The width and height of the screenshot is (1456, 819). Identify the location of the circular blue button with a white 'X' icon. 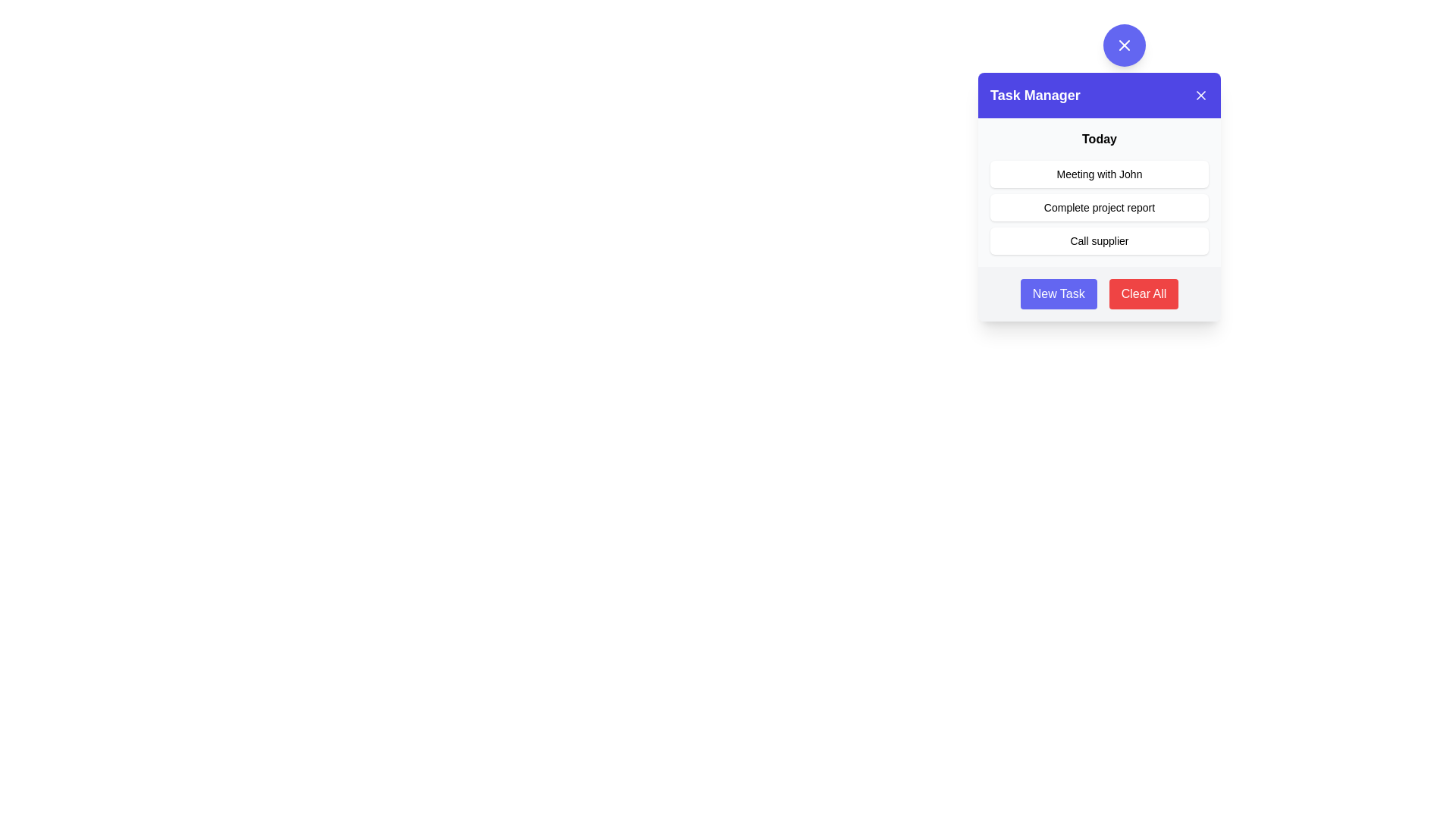
(1124, 45).